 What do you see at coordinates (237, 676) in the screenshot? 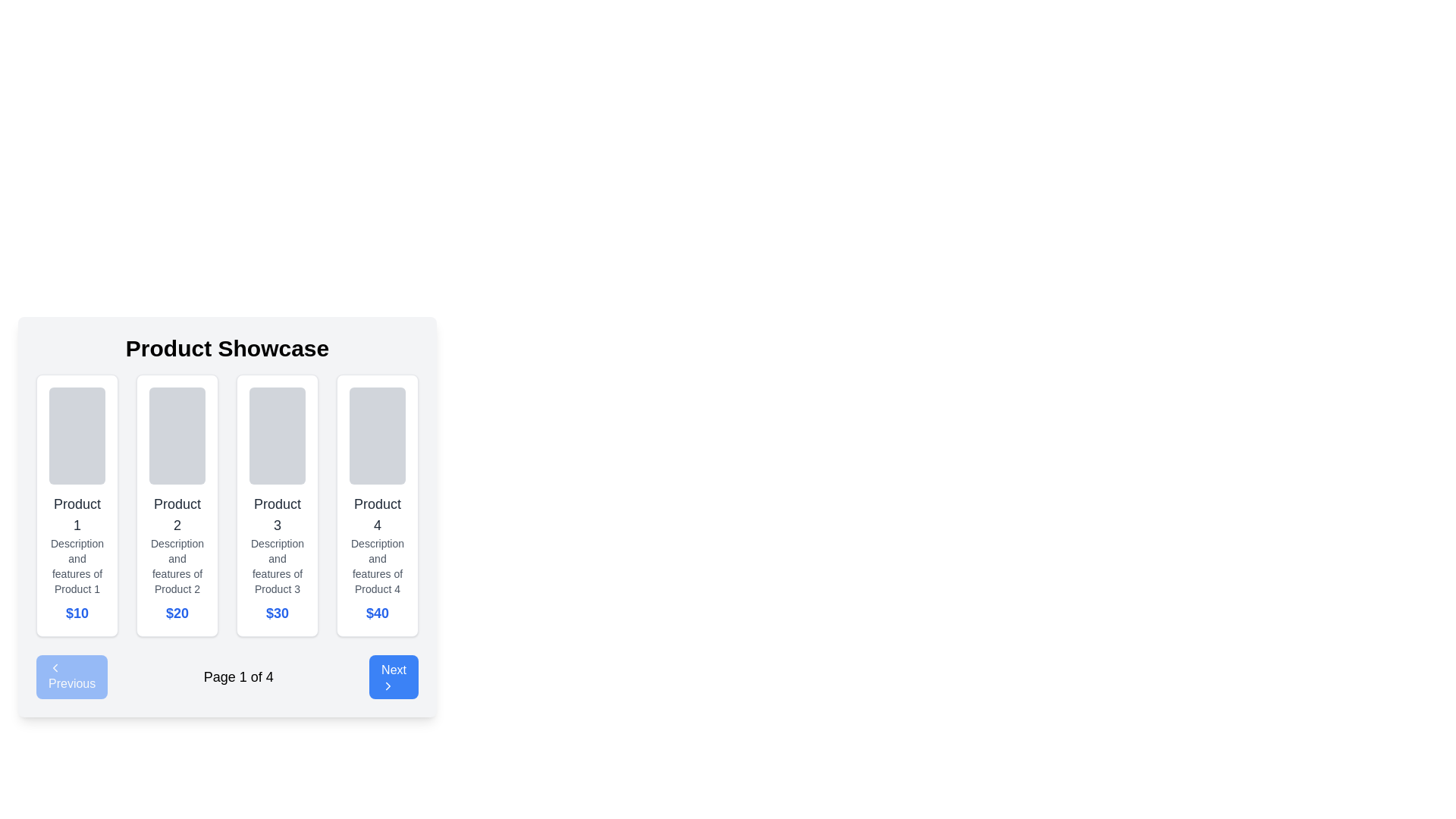
I see `the informational text block that indicates the current page and total page count in the pagination control, which is centrally placed between the 'Previous' and 'Next' buttons` at bounding box center [237, 676].